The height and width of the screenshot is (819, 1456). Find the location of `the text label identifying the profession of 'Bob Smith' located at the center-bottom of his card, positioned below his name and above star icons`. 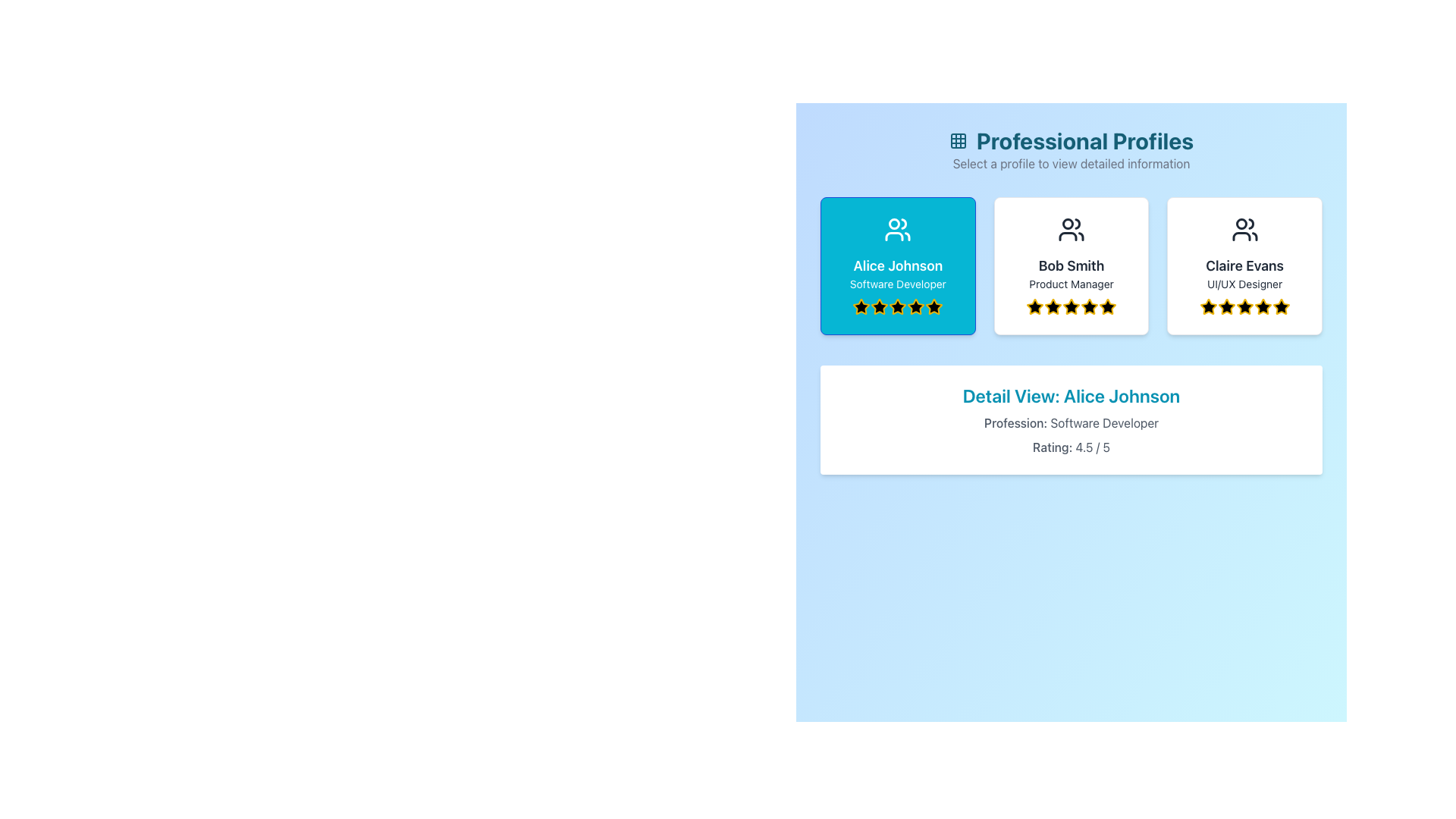

the text label identifying the profession of 'Bob Smith' located at the center-bottom of his card, positioned below his name and above star icons is located at coordinates (1070, 284).